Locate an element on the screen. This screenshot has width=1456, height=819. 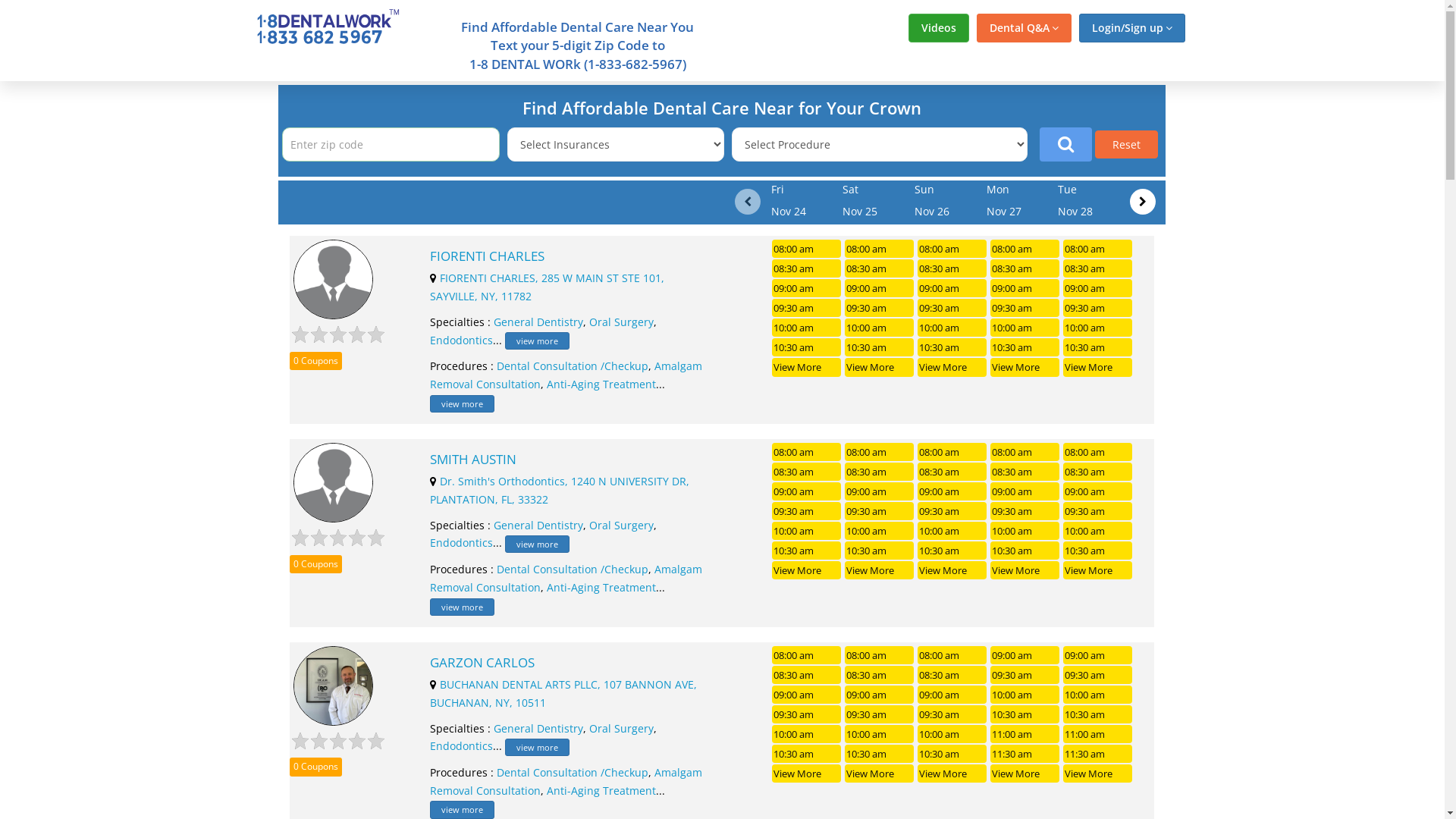
'08:30 am' is located at coordinates (879, 674).